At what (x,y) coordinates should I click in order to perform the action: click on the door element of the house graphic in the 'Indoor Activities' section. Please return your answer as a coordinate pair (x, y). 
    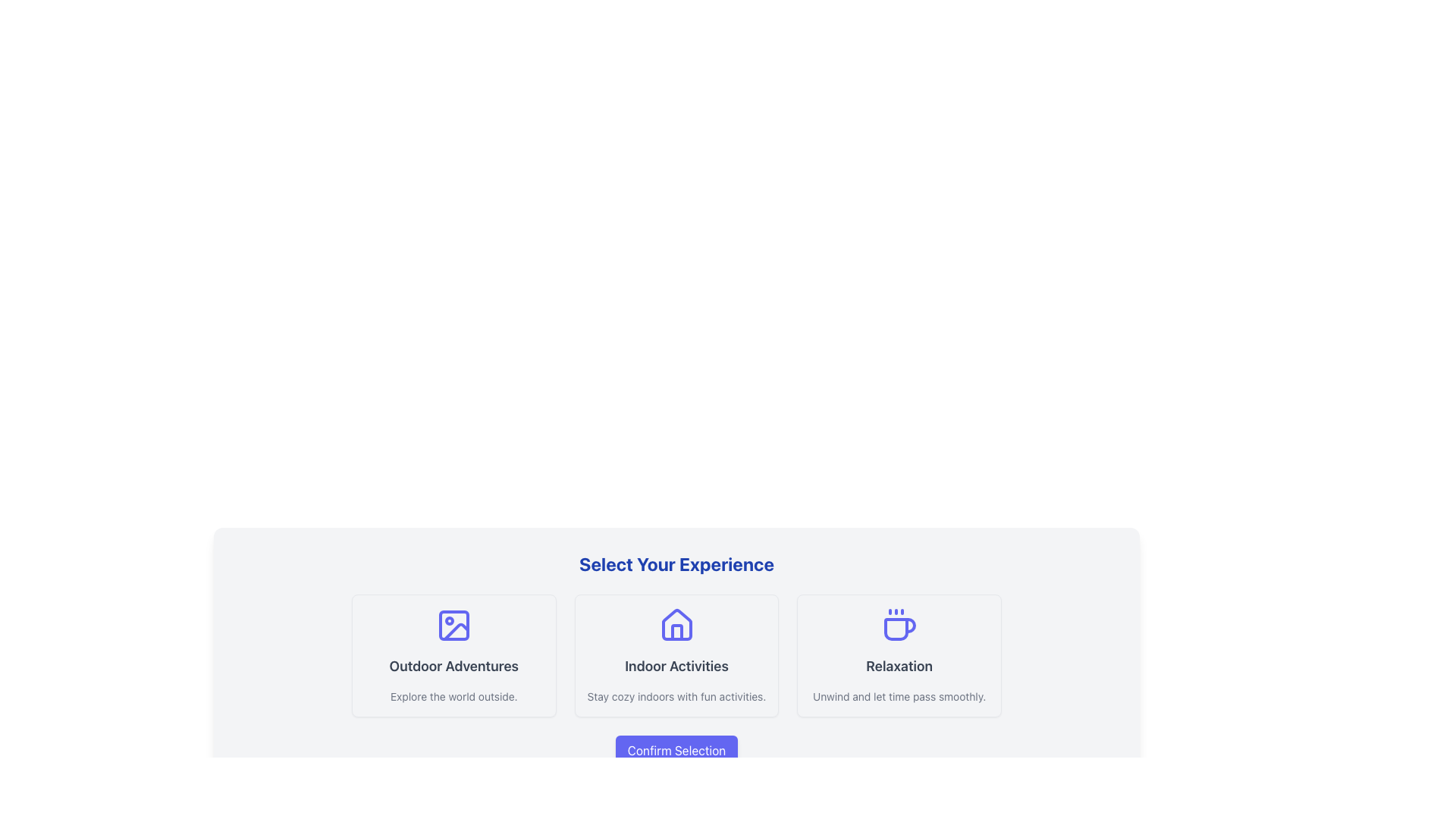
    Looking at the image, I should click on (676, 632).